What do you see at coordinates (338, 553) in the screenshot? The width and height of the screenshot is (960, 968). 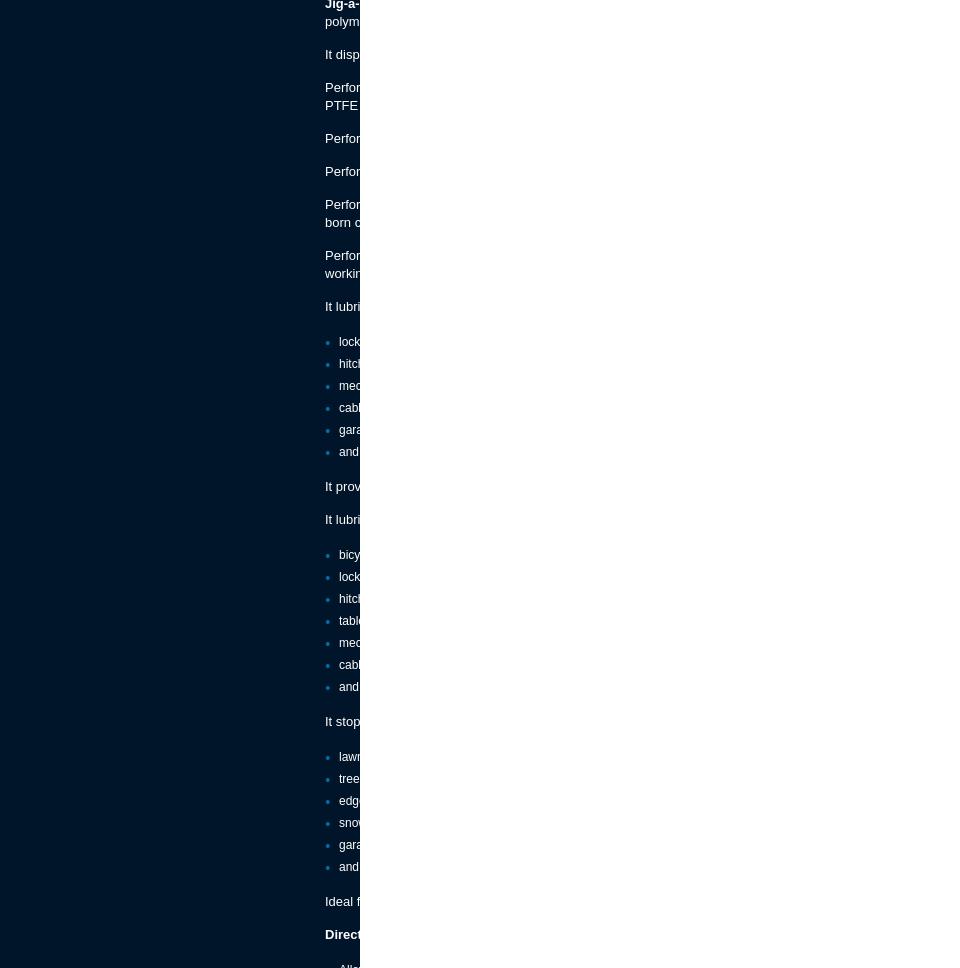 I see `'bicycles'` at bounding box center [338, 553].